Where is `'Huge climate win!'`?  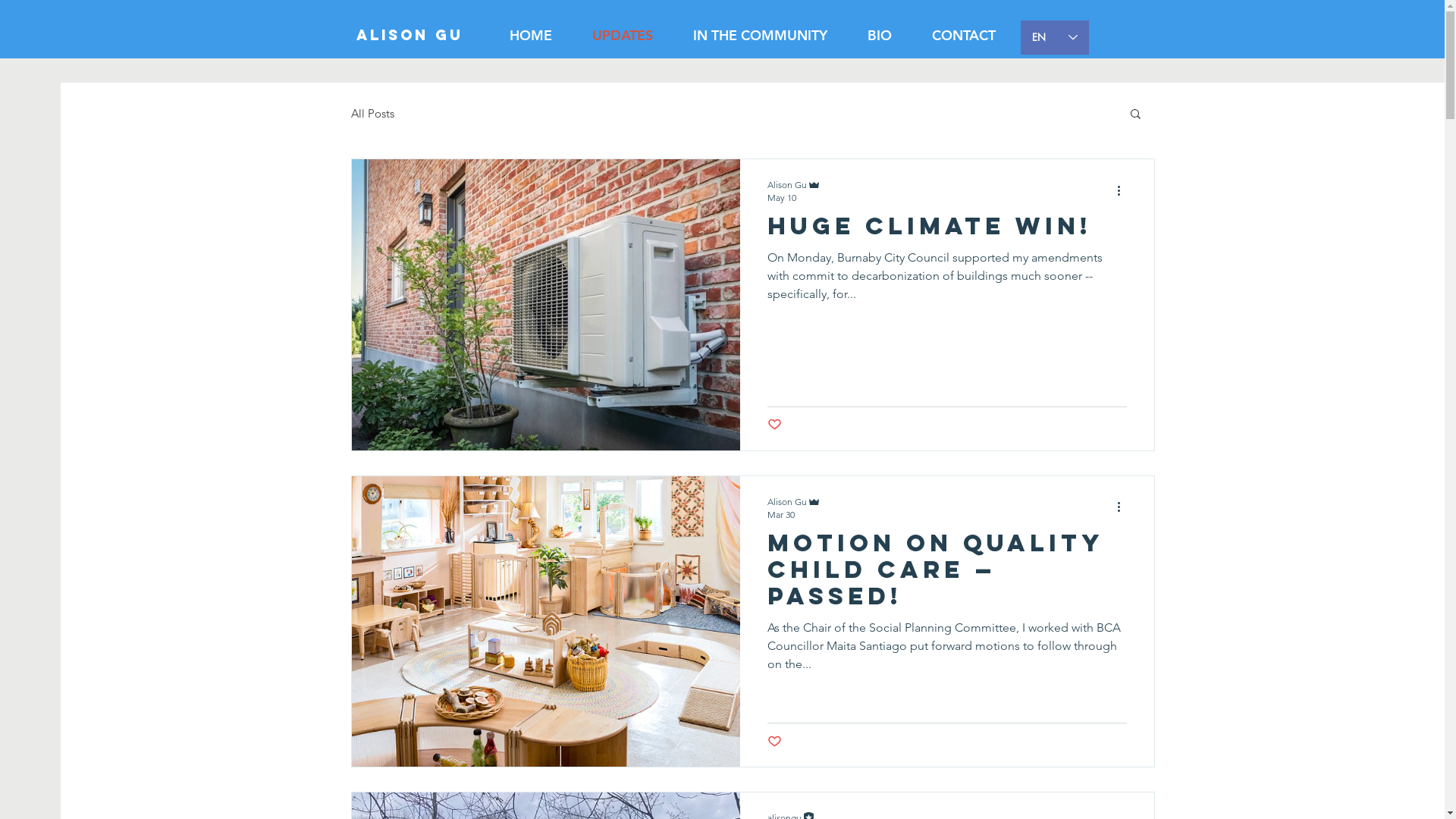
'Huge climate win!' is located at coordinates (946, 231).